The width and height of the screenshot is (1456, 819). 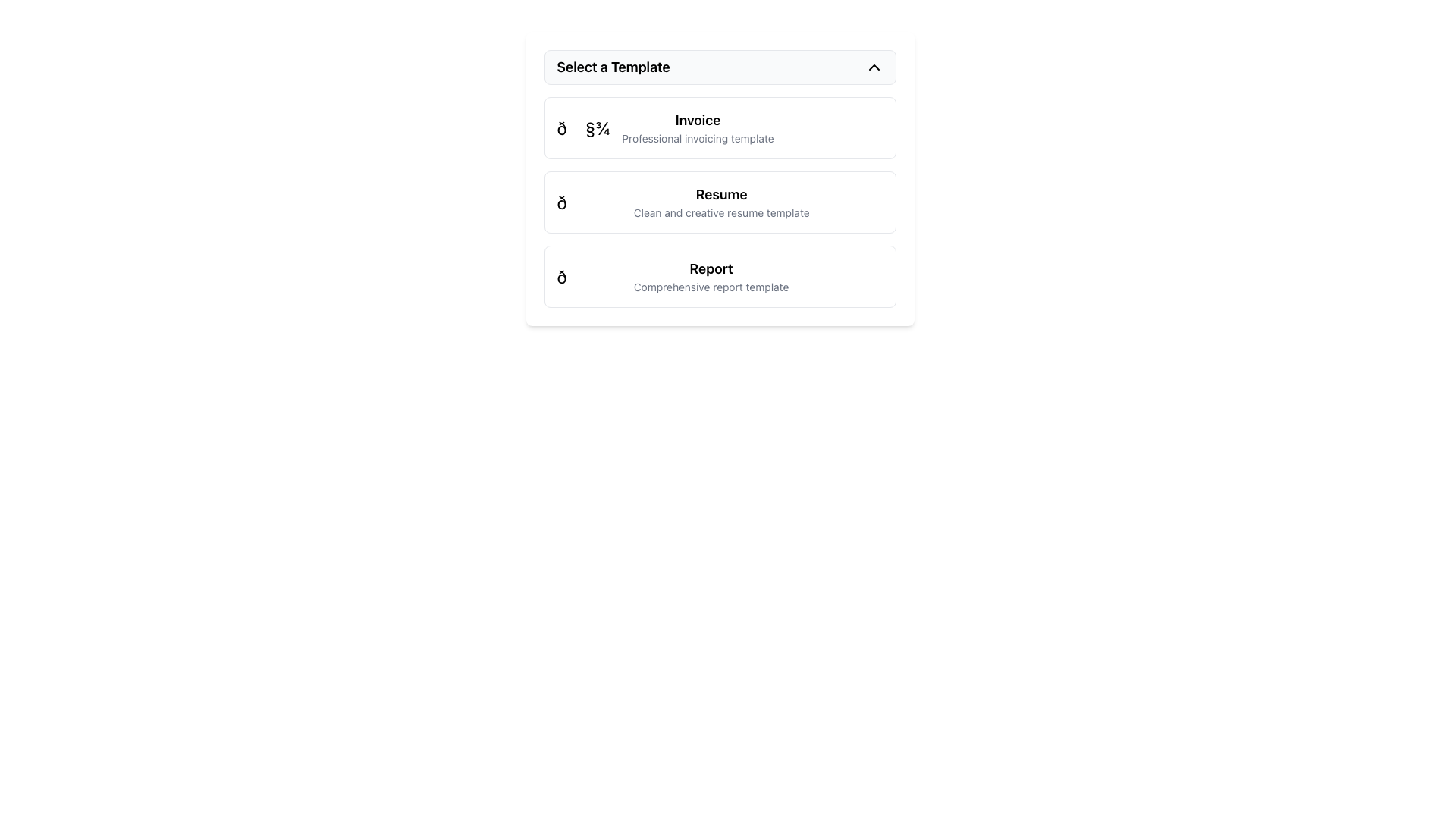 I want to click on the selectable list item labeled 'Invoice' located under the 'Select a Template' header, so click(x=665, y=127).